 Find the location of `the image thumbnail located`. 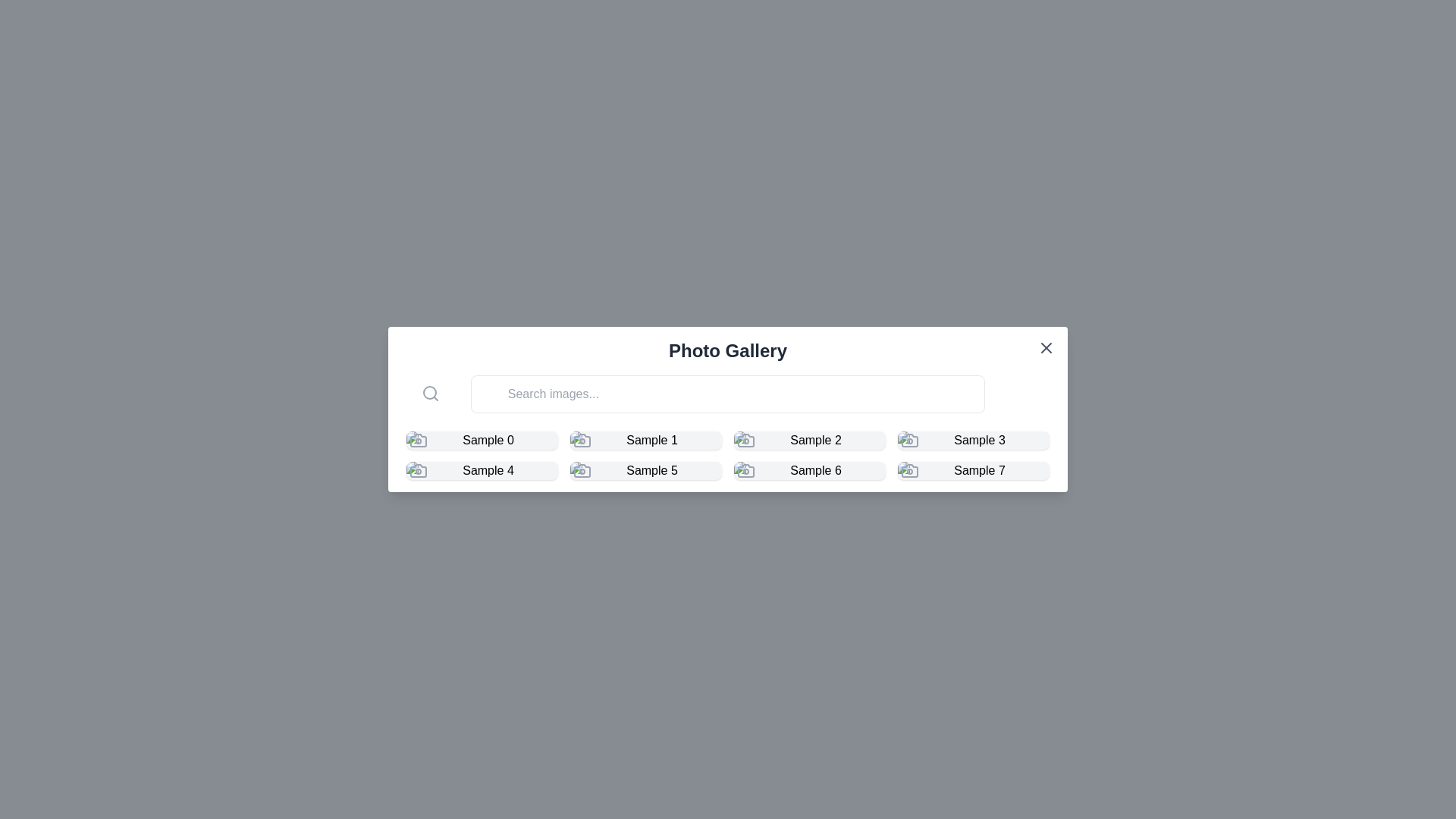

the image thumbnail located is located at coordinates (645, 470).